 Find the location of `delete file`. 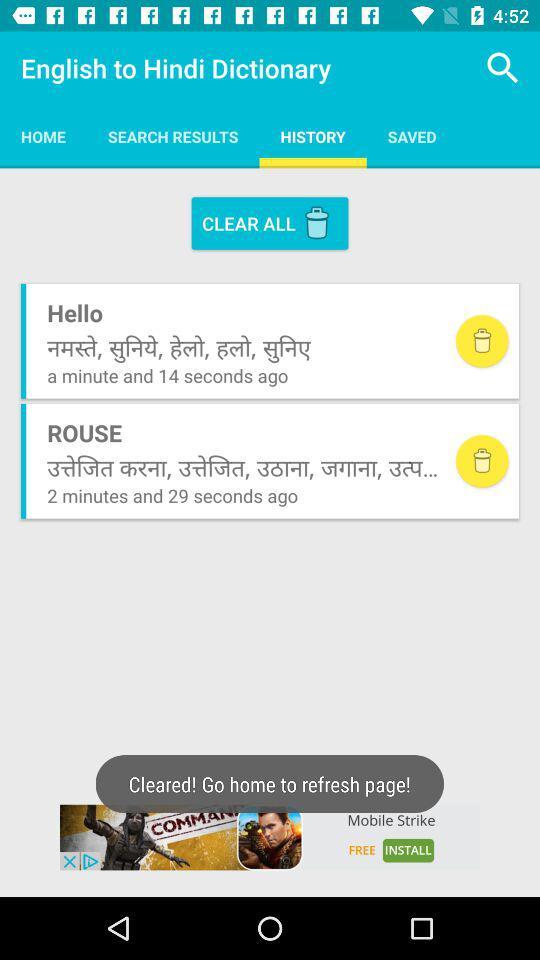

delete file is located at coordinates (481, 341).